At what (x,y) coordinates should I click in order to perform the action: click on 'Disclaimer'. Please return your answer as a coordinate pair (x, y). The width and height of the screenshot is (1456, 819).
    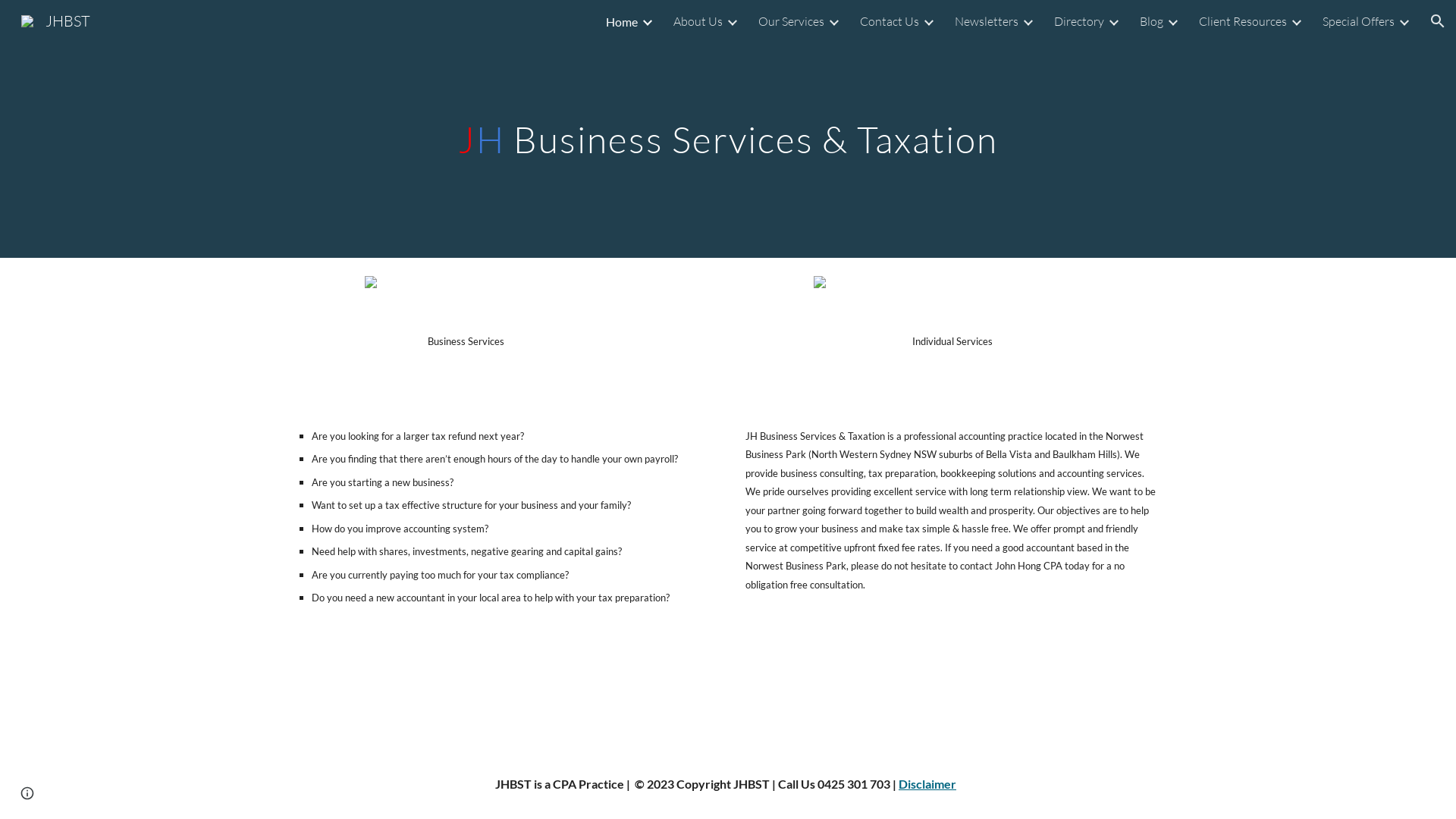
    Looking at the image, I should click on (927, 784).